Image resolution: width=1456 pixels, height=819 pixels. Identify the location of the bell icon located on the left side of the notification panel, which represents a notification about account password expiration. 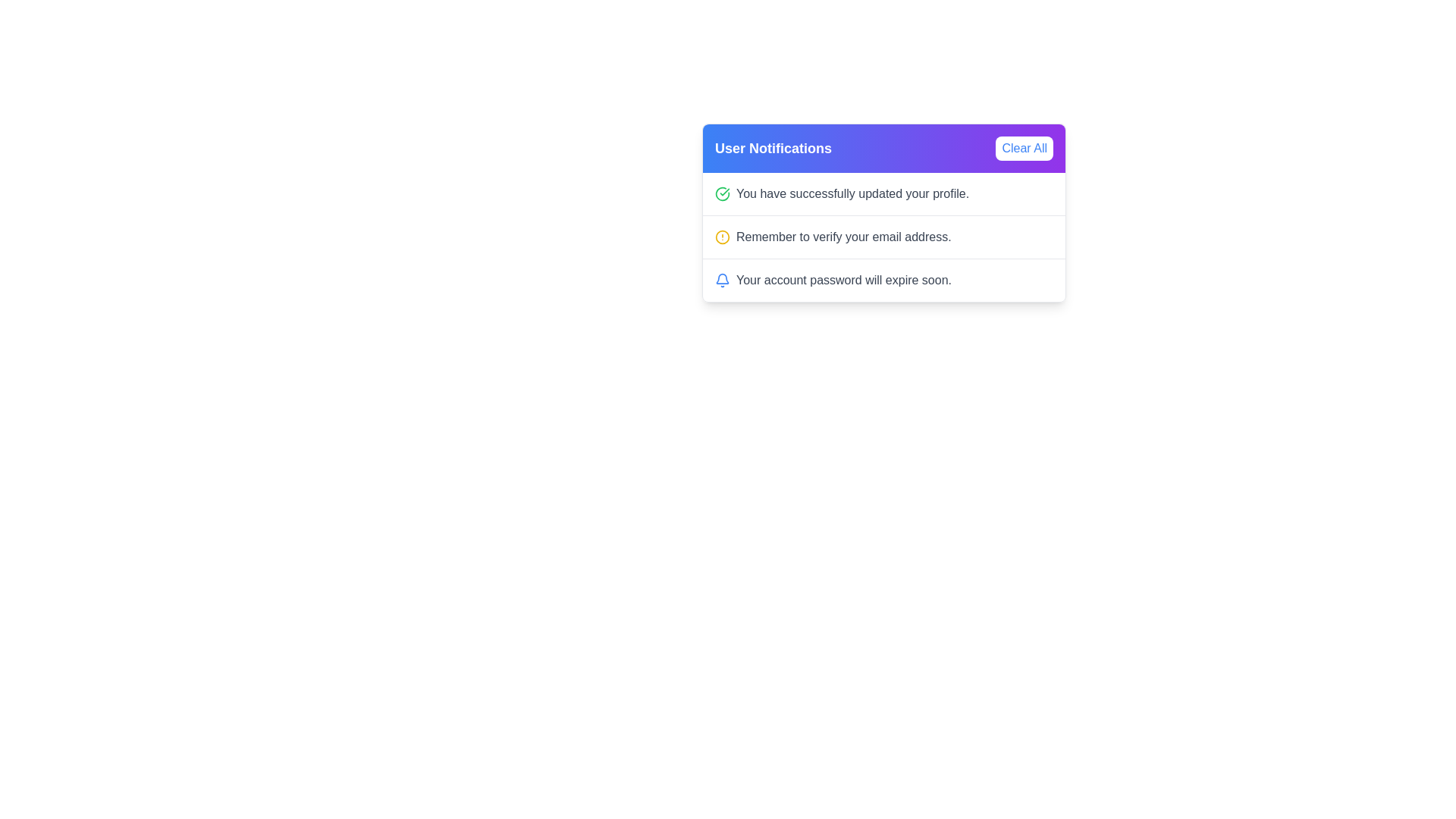
(722, 281).